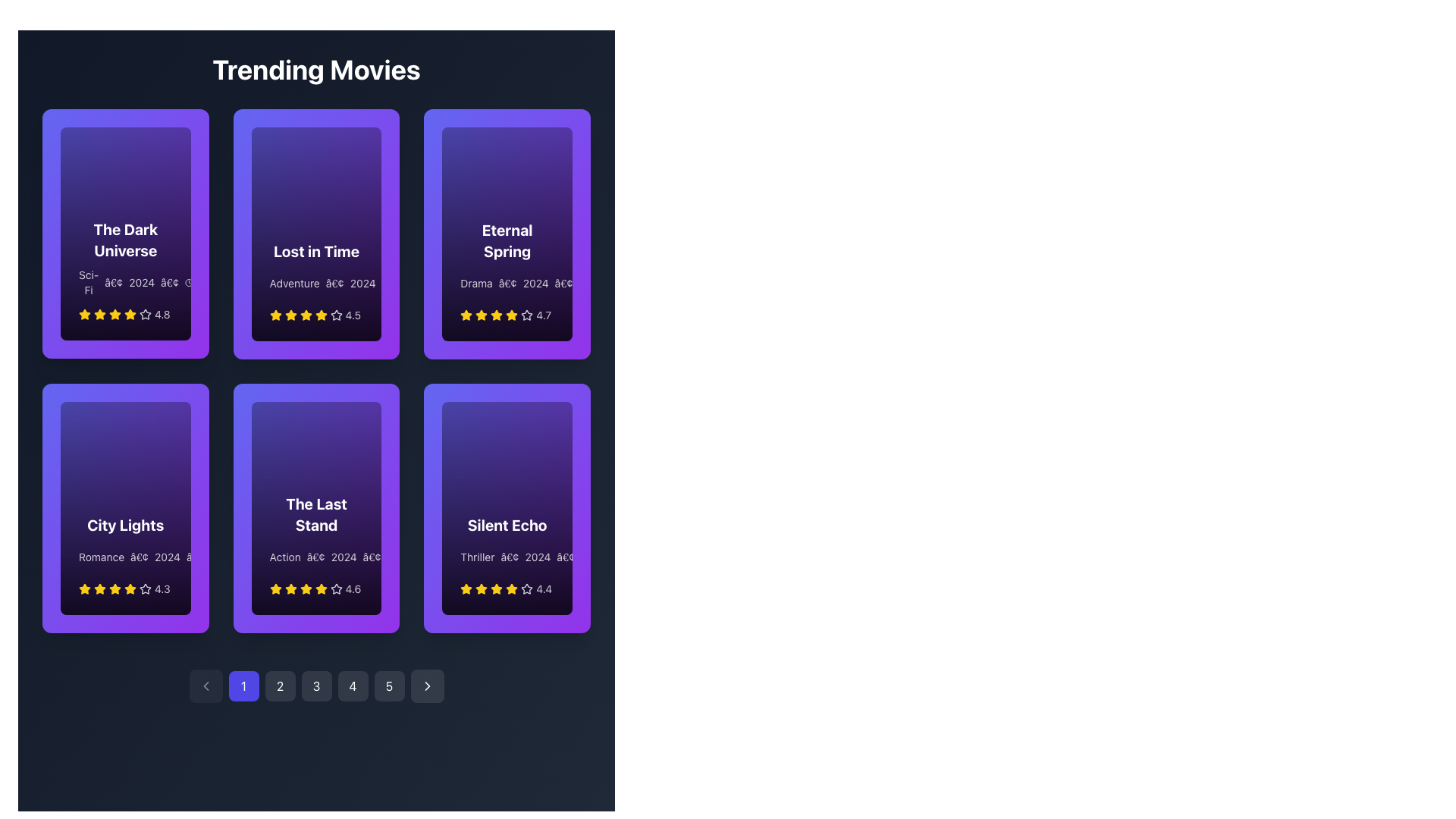  I want to click on the label displaying 'Drama' in white text on a dark background, located in the middle row of the 'Eternal Spring' card, so click(475, 283).